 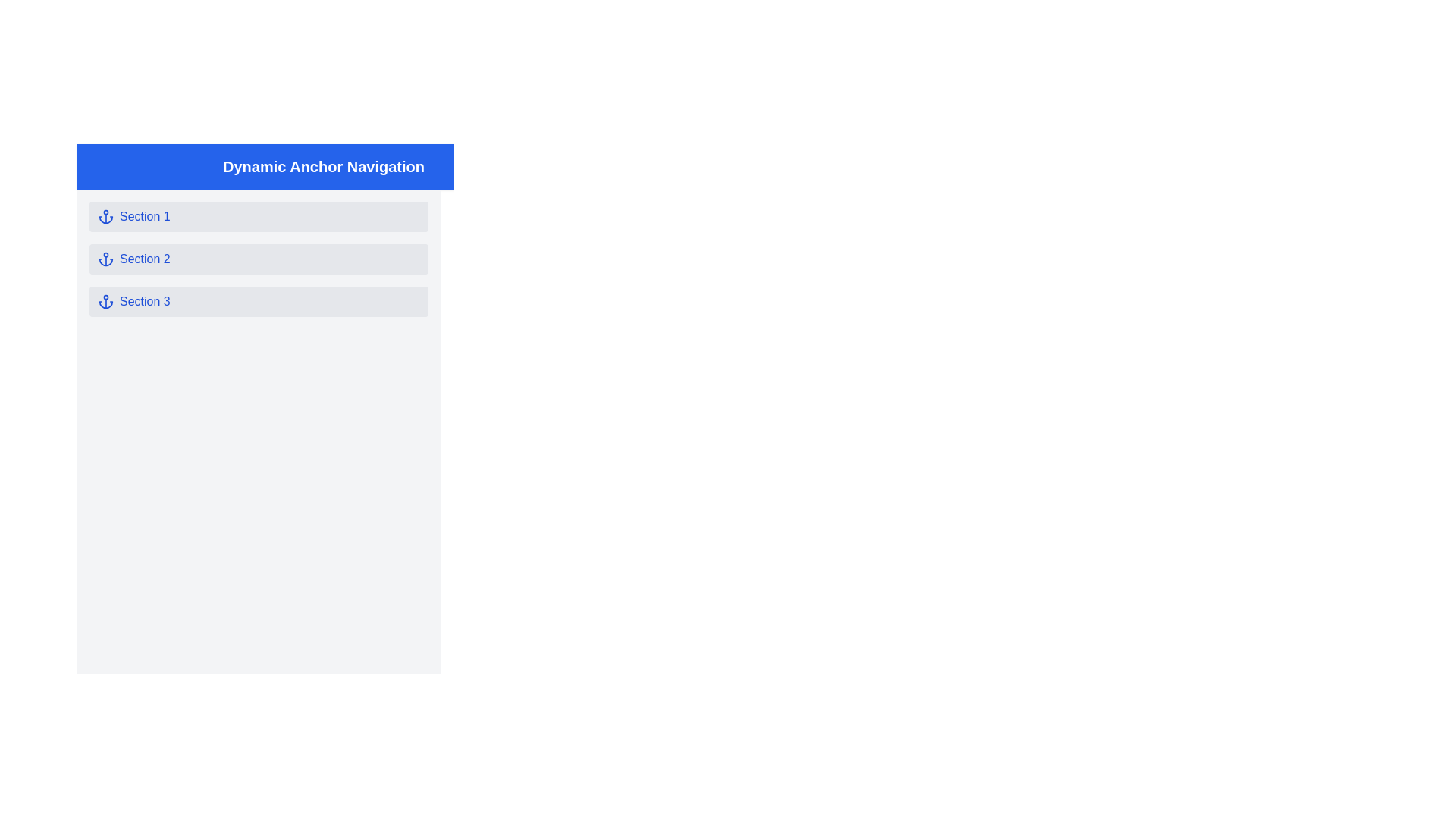 I want to click on the navigation icon located in the left panel of the interface, next to the label 'Section 1', so click(x=105, y=216).